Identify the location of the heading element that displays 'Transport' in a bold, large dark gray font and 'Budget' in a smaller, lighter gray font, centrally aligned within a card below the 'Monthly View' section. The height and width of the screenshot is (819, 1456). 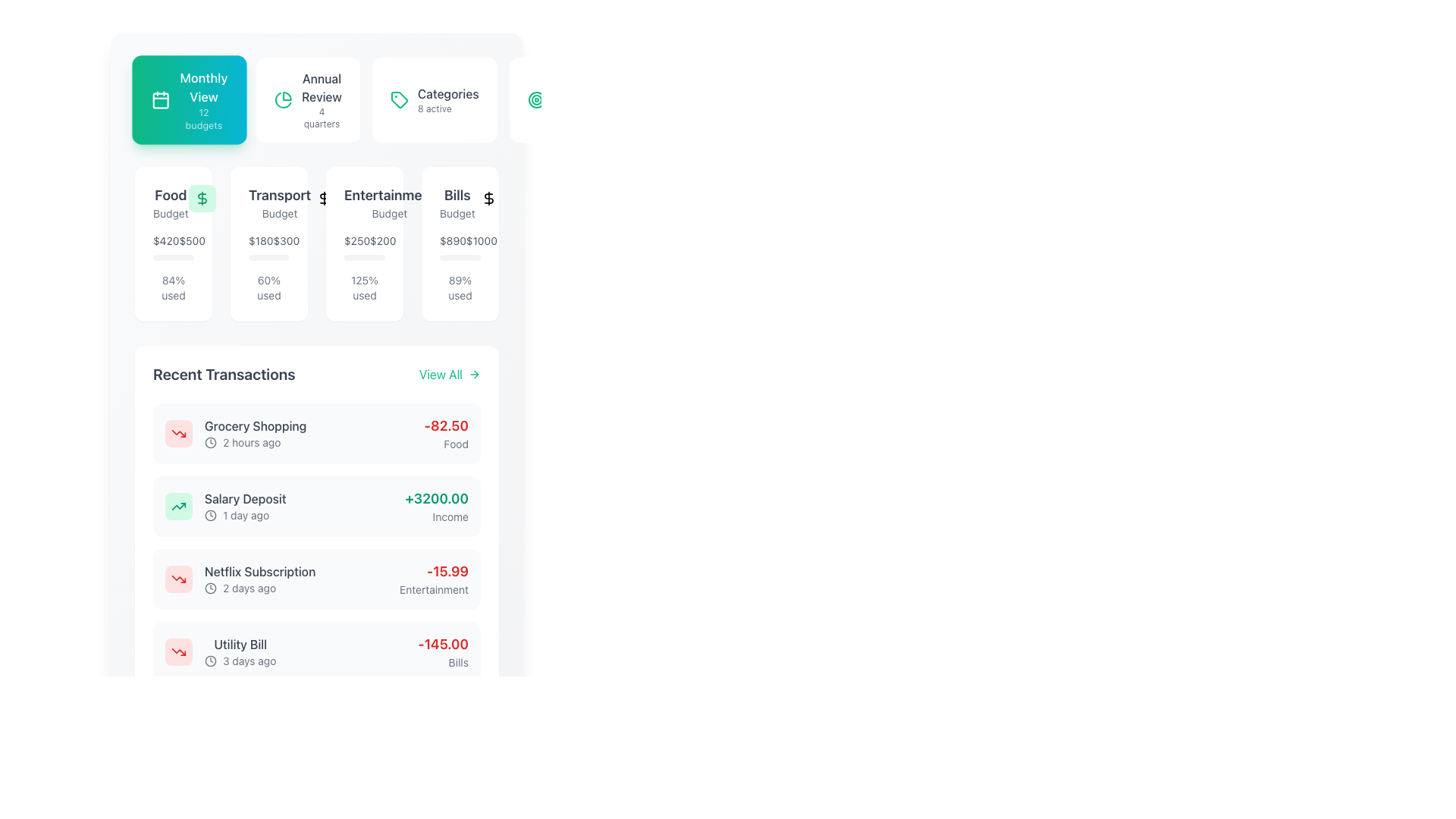
(280, 202).